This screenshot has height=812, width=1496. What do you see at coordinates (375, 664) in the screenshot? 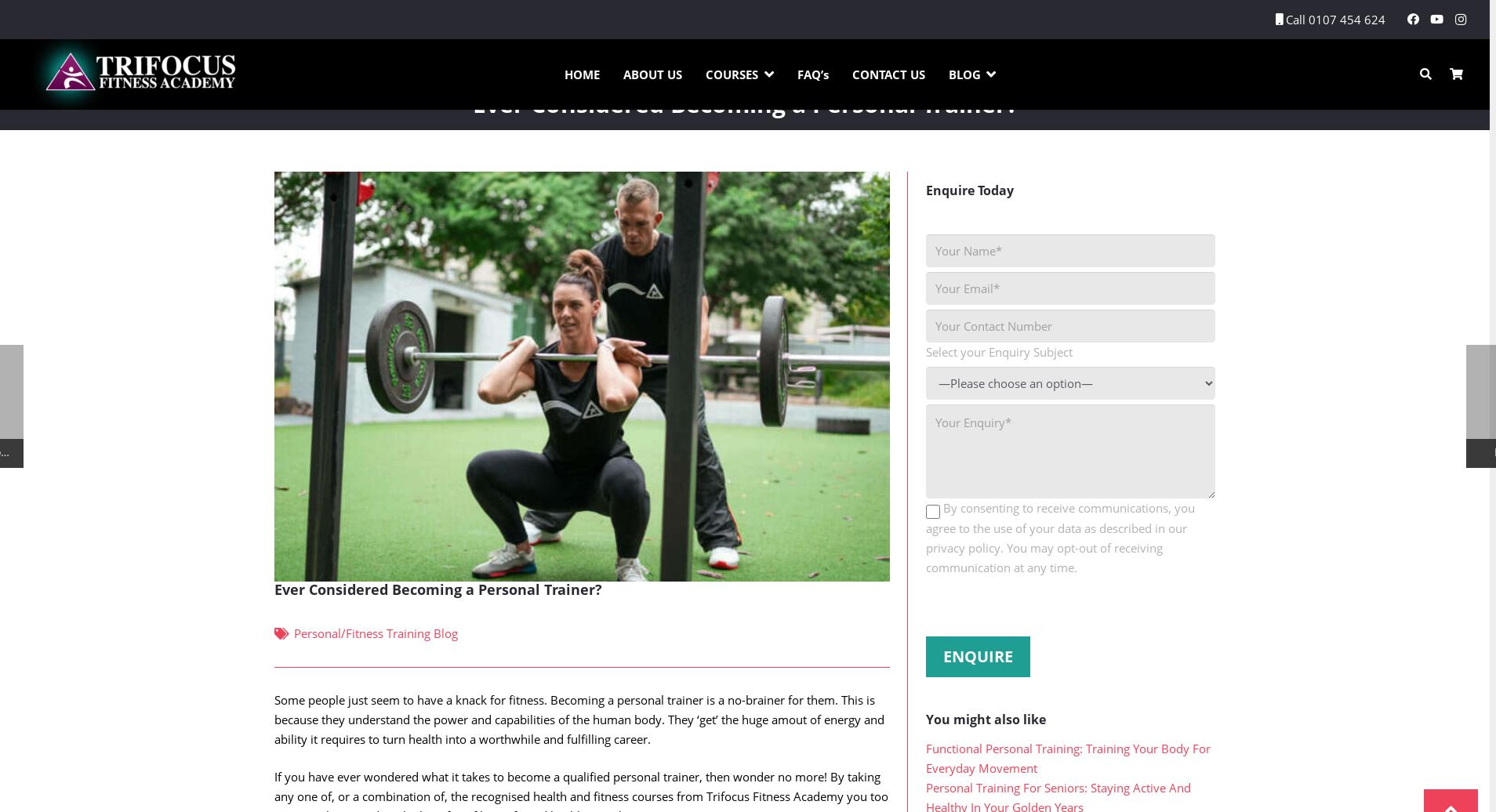
I see `'Personal/Fitness Training Blog'` at bounding box center [375, 664].